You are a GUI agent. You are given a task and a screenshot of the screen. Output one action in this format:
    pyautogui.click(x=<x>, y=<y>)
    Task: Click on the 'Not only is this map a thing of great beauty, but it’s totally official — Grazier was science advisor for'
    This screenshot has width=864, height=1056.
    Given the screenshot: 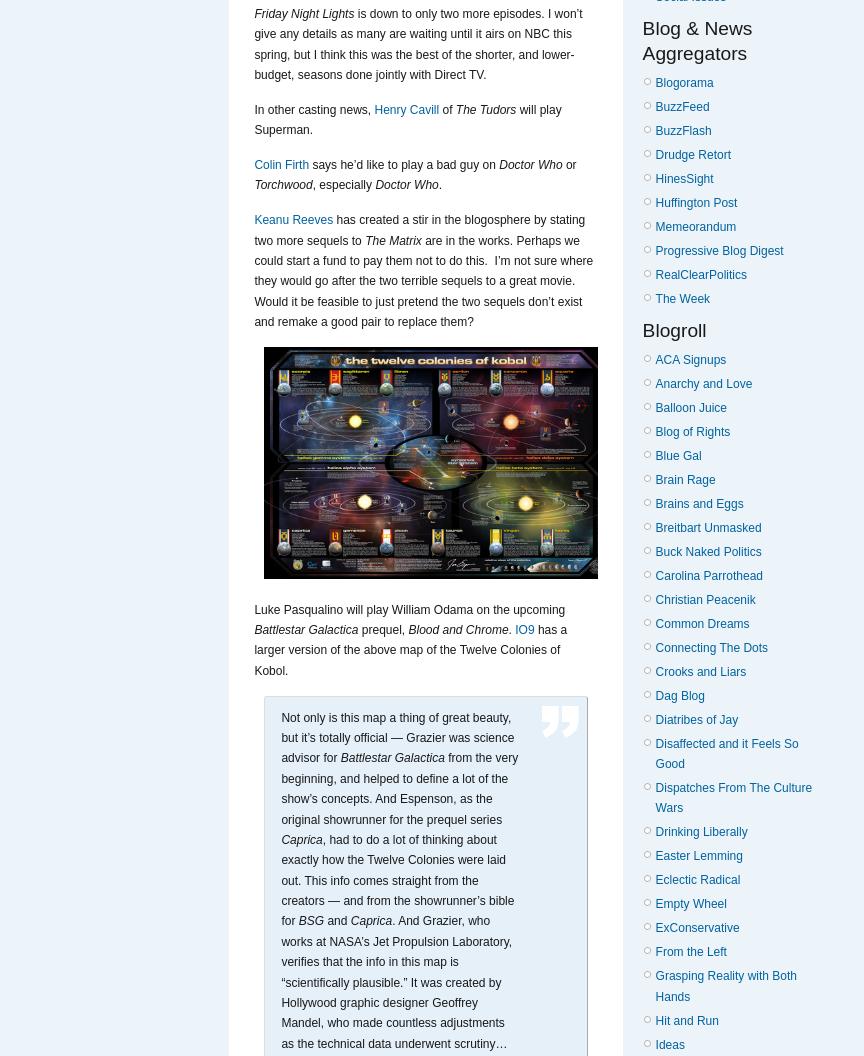 What is the action you would take?
    pyautogui.click(x=396, y=736)
    